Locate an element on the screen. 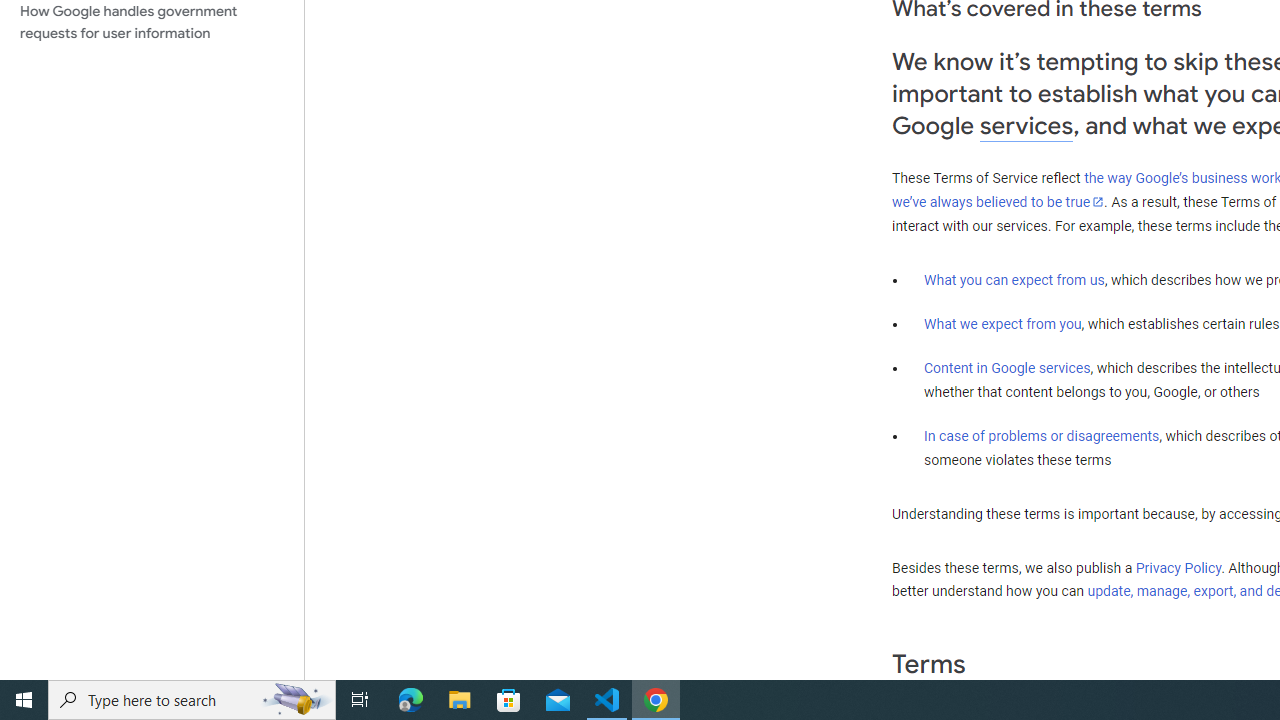 This screenshot has width=1280, height=720. 'What we expect from you' is located at coordinates (1002, 323).